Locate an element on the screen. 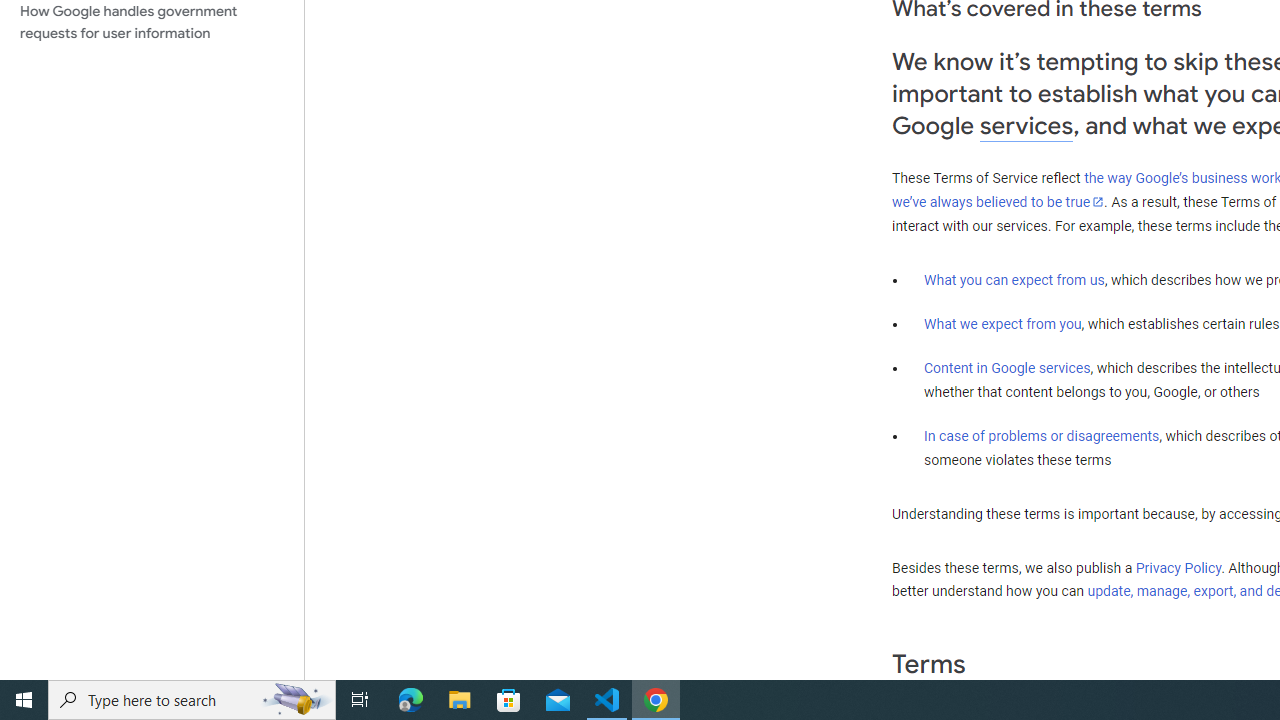 This screenshot has width=1280, height=720. 'What we expect from you' is located at coordinates (1002, 323).